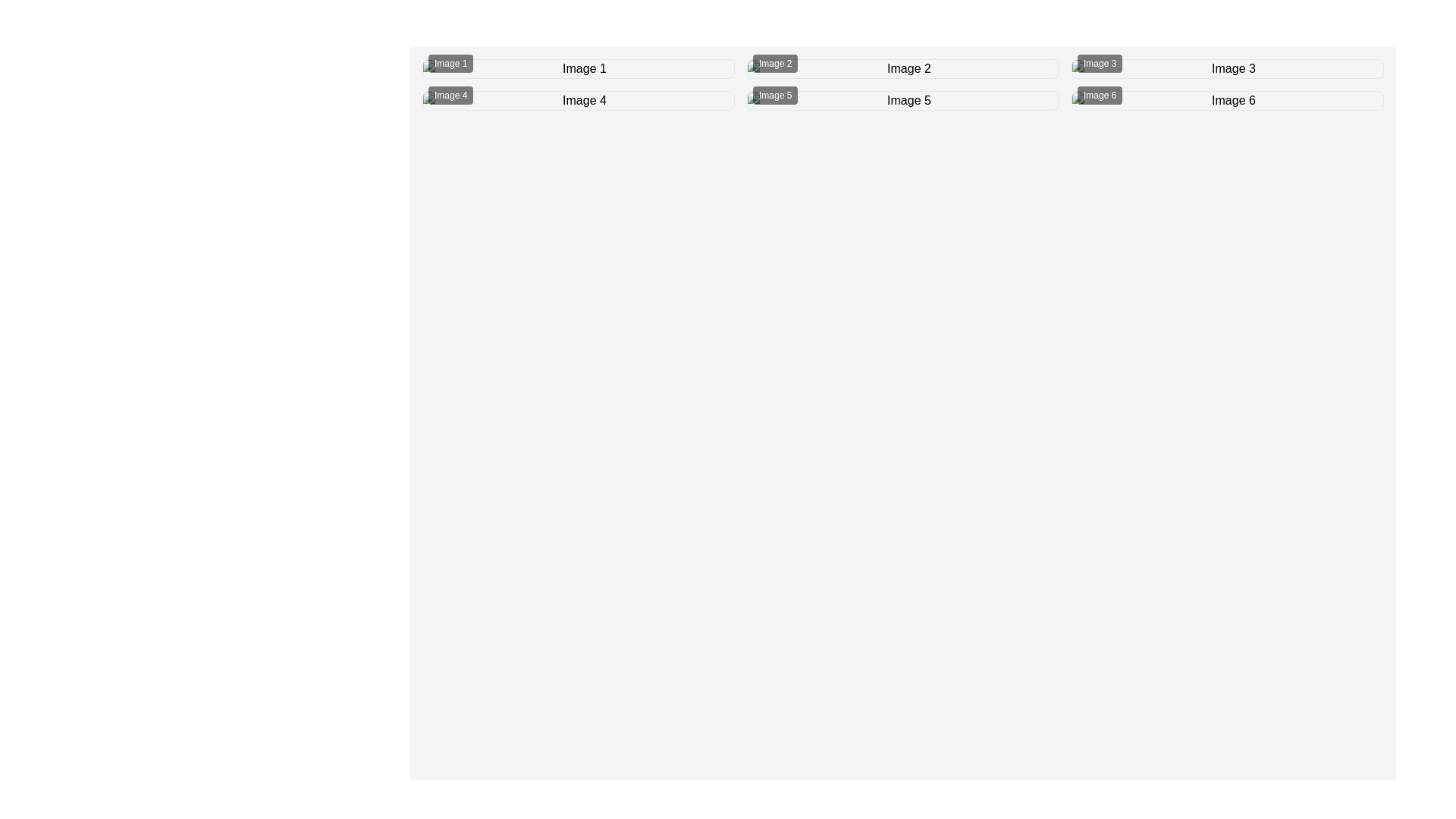 Image resolution: width=1456 pixels, height=819 pixels. Describe the element at coordinates (450, 63) in the screenshot. I see `the Text label that identifies 'Image 1', located in the top-left corner of the associated image` at that location.